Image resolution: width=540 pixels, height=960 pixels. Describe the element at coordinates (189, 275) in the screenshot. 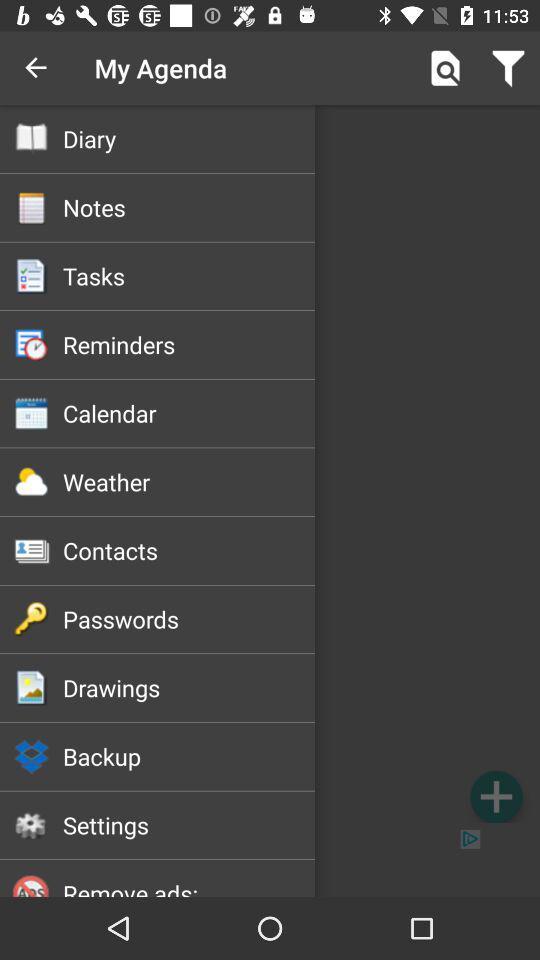

I see `the tasks item` at that location.